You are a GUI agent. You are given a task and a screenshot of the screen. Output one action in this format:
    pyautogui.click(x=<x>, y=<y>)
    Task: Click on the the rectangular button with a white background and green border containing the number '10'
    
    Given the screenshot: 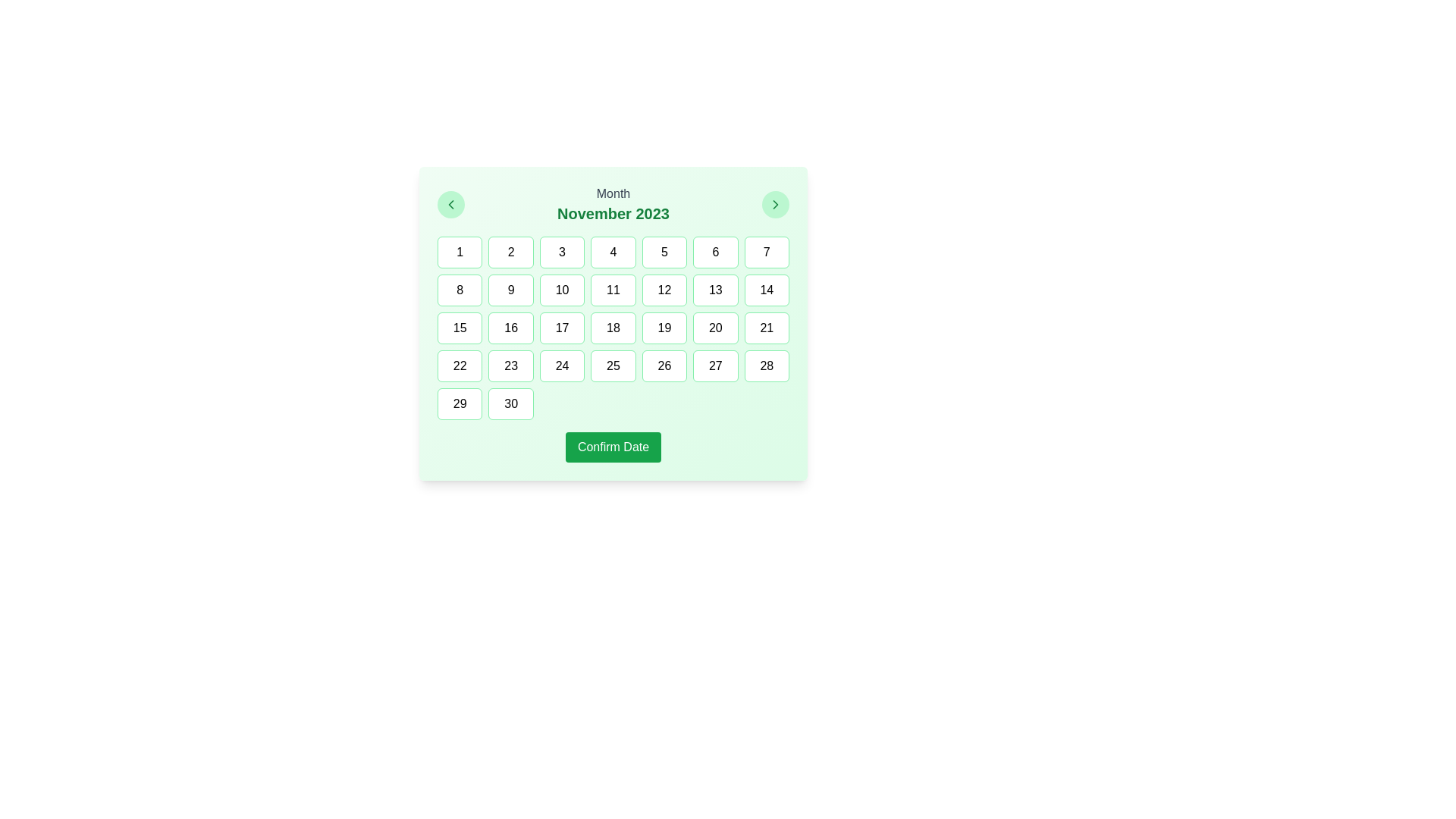 What is the action you would take?
    pyautogui.click(x=561, y=290)
    